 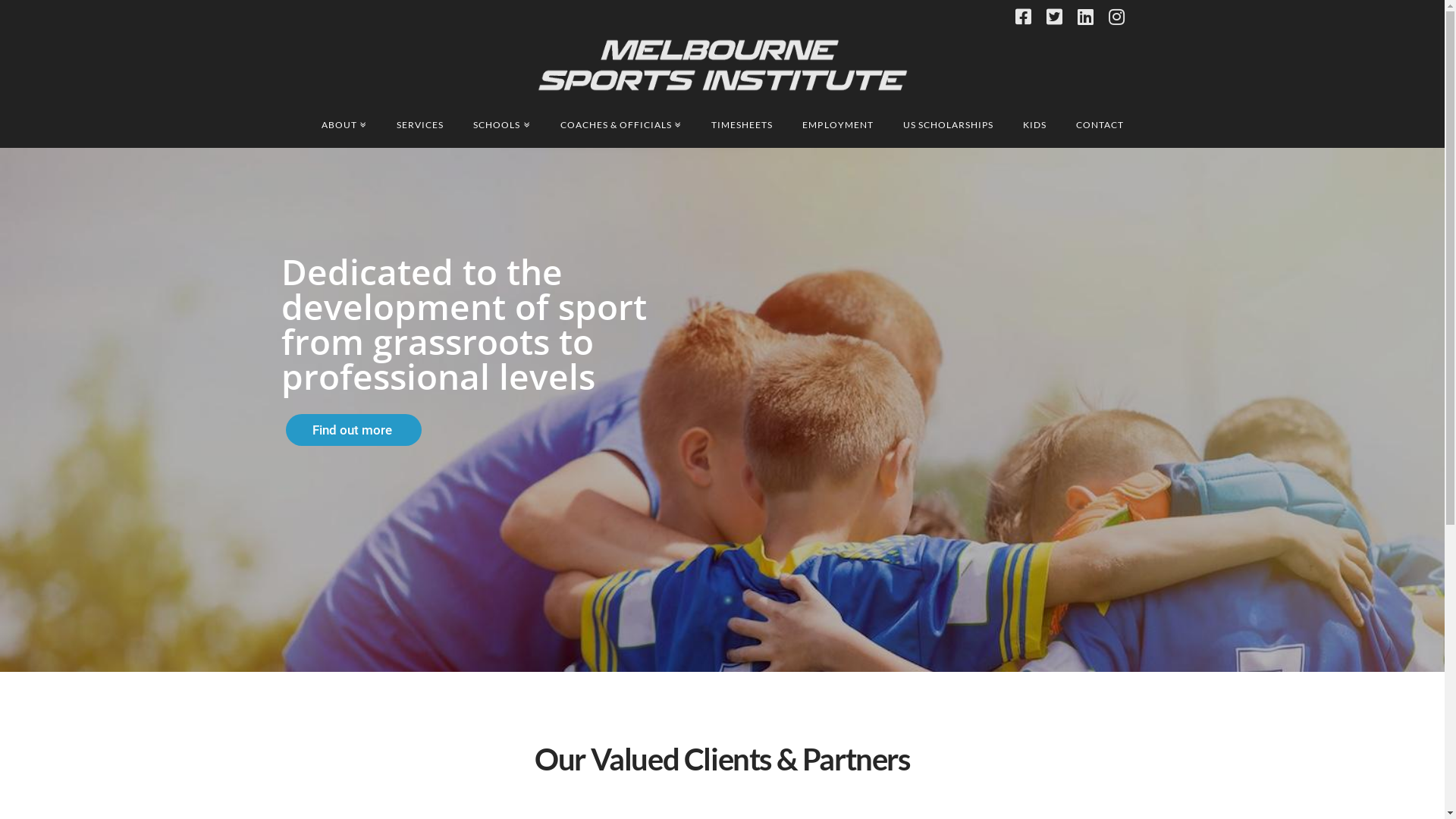 What do you see at coordinates (742, 124) in the screenshot?
I see `'TIMESHEETS'` at bounding box center [742, 124].